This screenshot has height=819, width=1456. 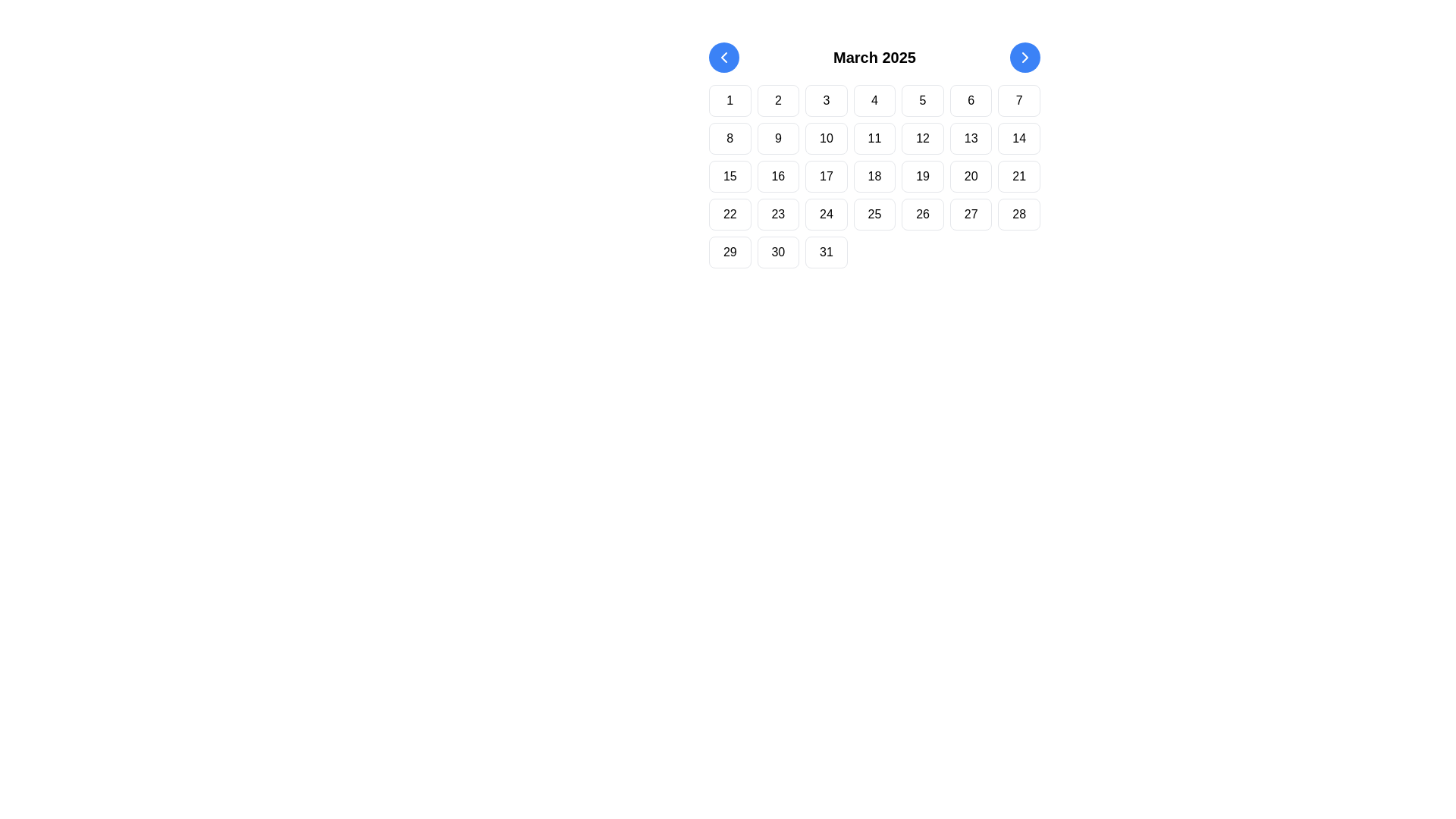 What do you see at coordinates (922, 138) in the screenshot?
I see `the square-shaped button with rounded edges labeled '12'` at bounding box center [922, 138].